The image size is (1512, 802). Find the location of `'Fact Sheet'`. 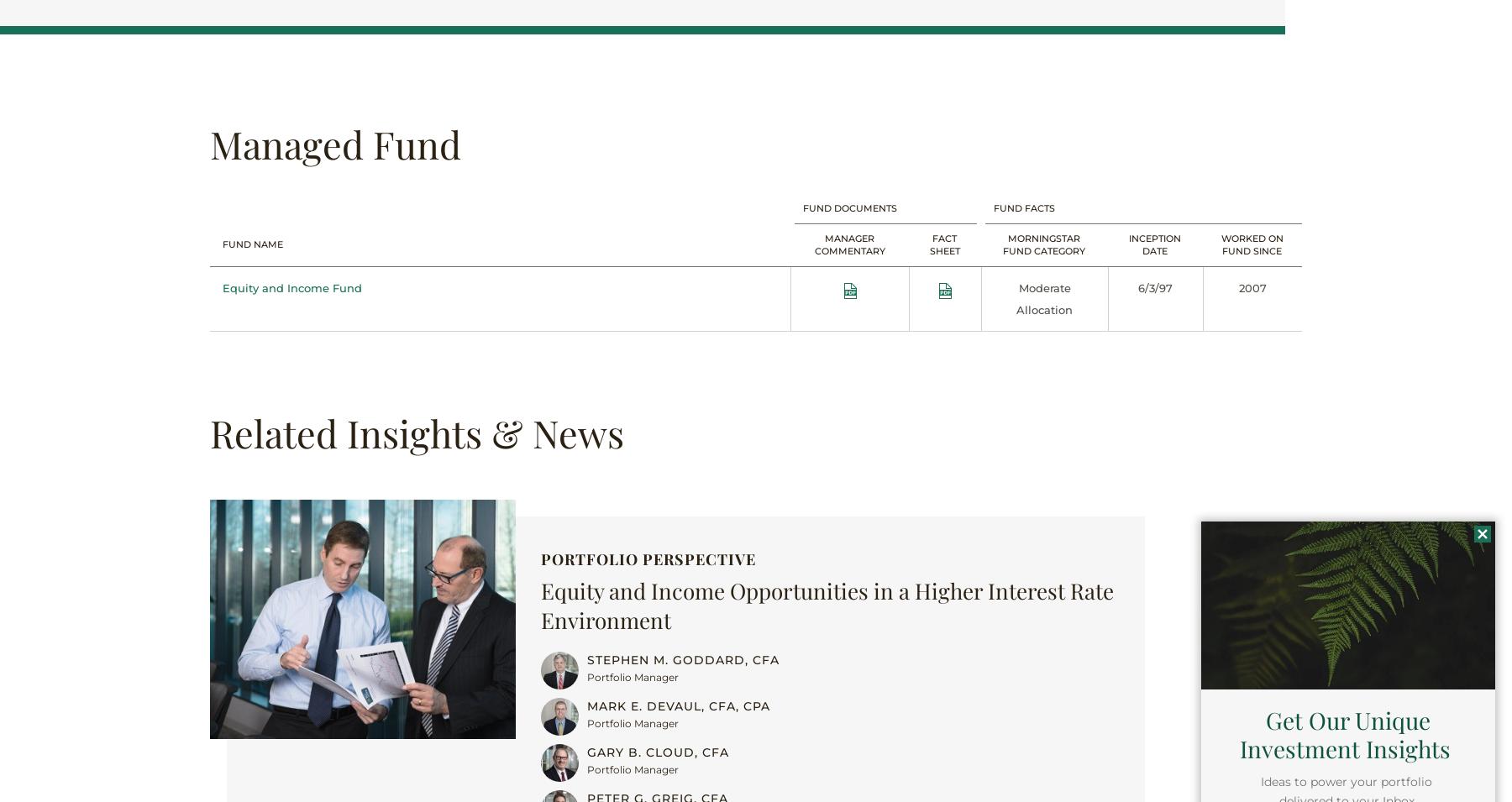

'Fact Sheet' is located at coordinates (943, 244).